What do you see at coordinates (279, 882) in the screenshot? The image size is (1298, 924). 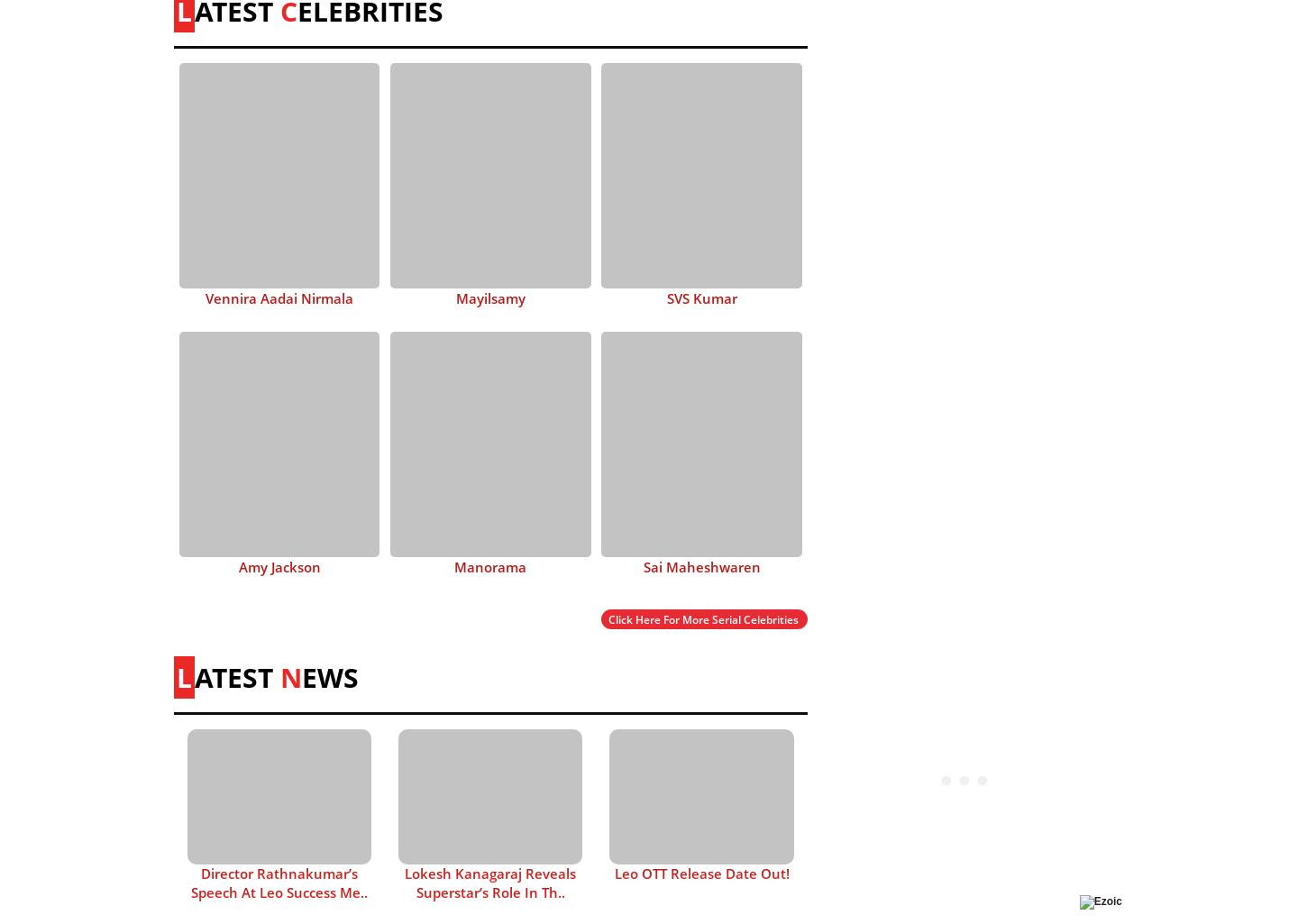 I see `'Director Rathnakumar’s Speech At Leo Success Me..'` at bounding box center [279, 882].